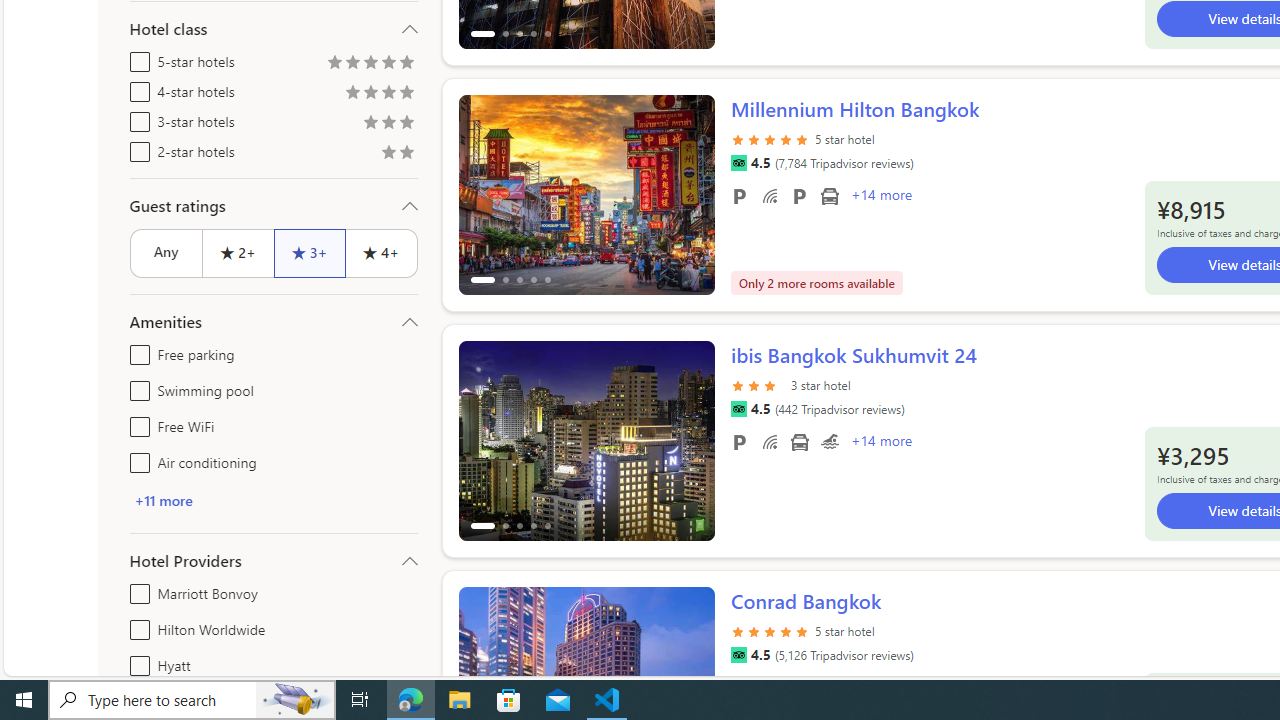 This screenshot has height=720, width=1280. Describe the element at coordinates (308, 252) in the screenshot. I see `'3+'` at that location.